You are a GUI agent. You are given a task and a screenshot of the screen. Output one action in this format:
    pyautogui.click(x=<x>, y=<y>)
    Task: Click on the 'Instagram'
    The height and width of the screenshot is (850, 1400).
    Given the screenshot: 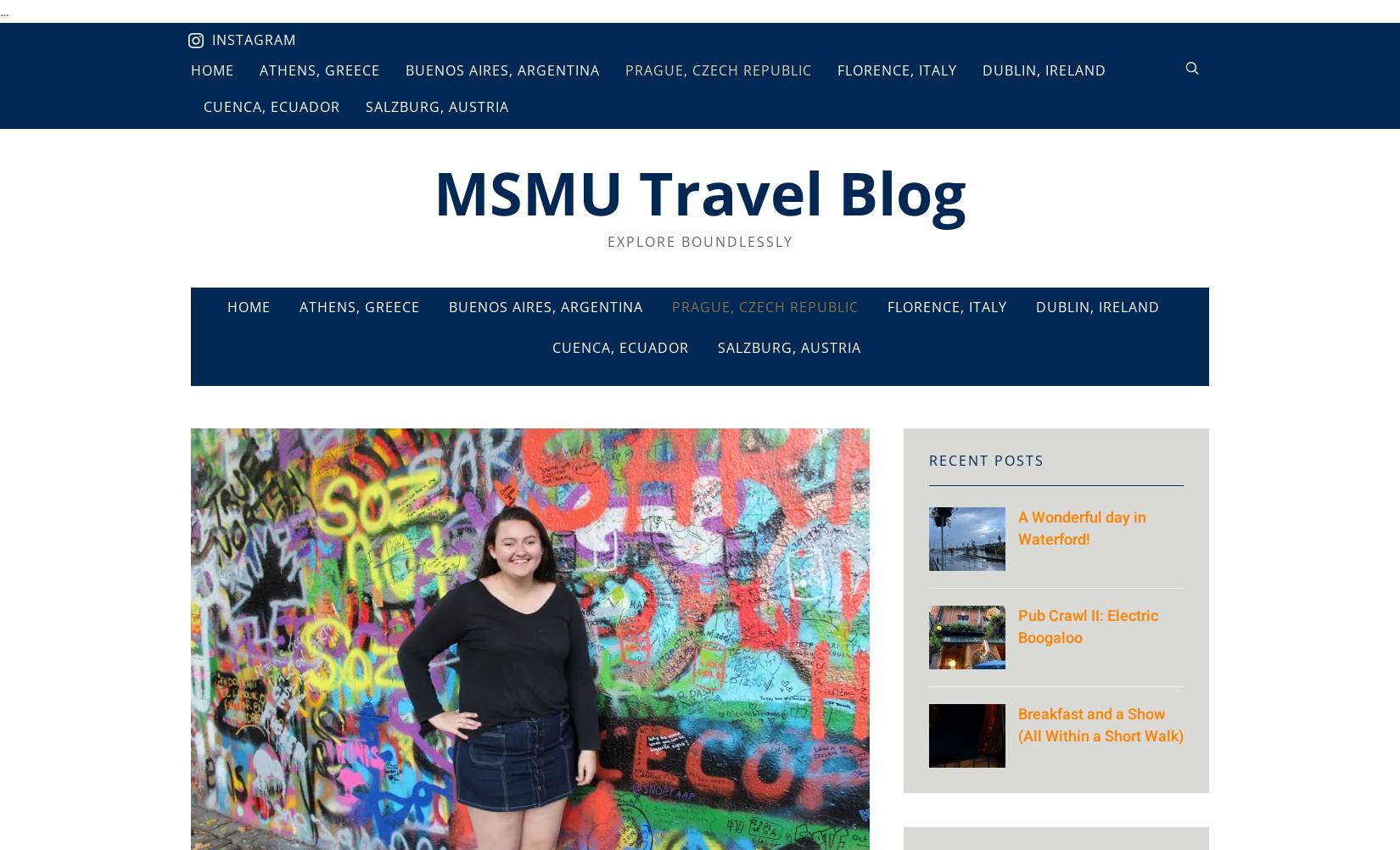 What is the action you would take?
    pyautogui.click(x=254, y=39)
    